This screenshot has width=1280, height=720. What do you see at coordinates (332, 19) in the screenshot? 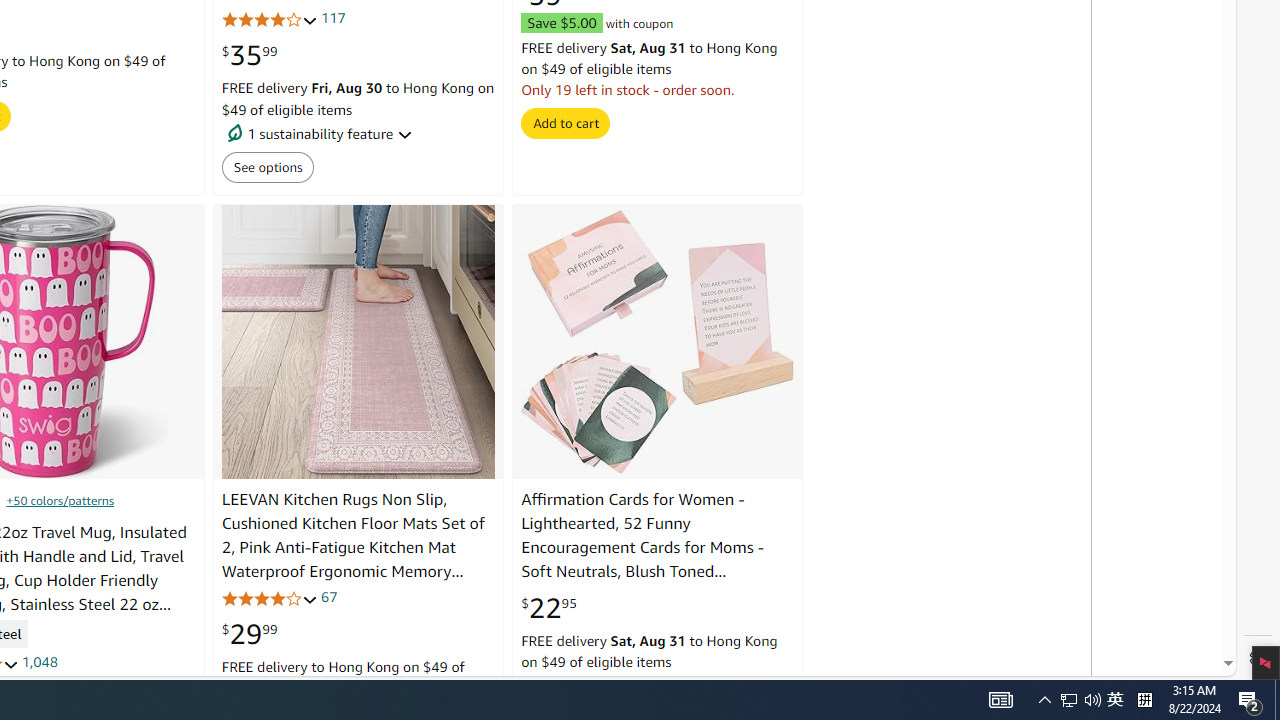
I see `'117'` at bounding box center [332, 19].